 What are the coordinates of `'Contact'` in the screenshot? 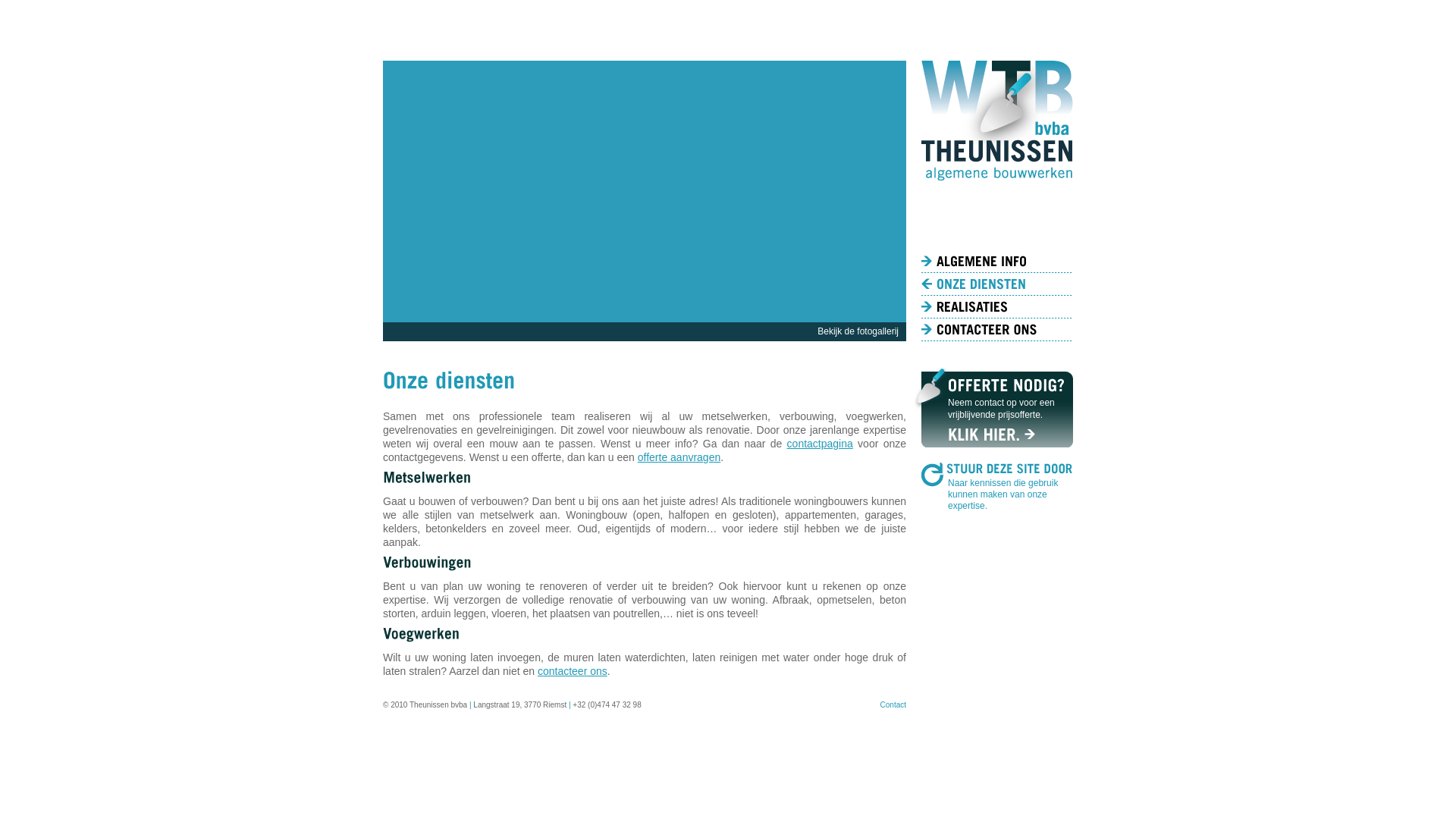 It's located at (880, 704).